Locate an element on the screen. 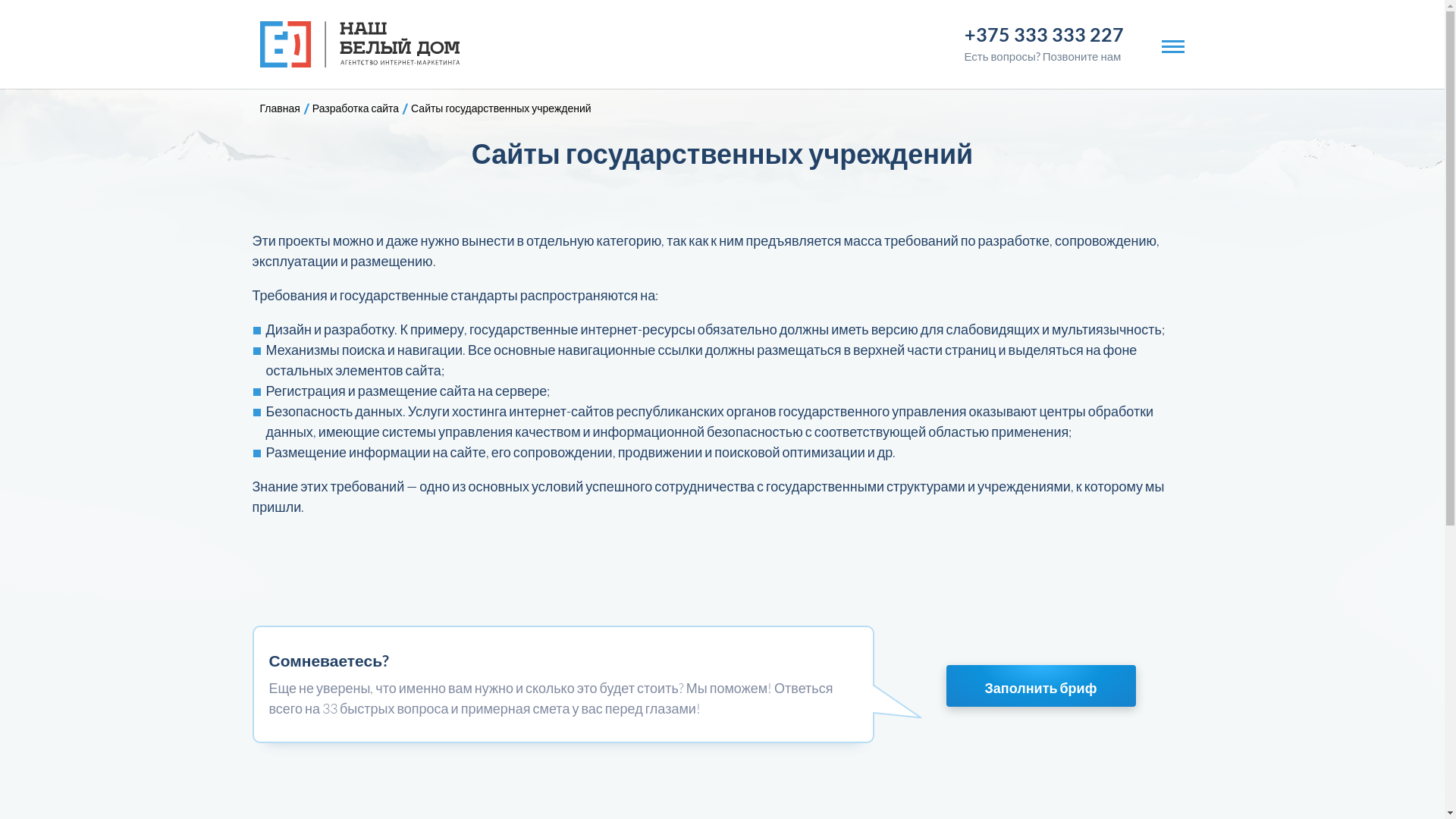  '+375 333 333 227' is located at coordinates (964, 34).